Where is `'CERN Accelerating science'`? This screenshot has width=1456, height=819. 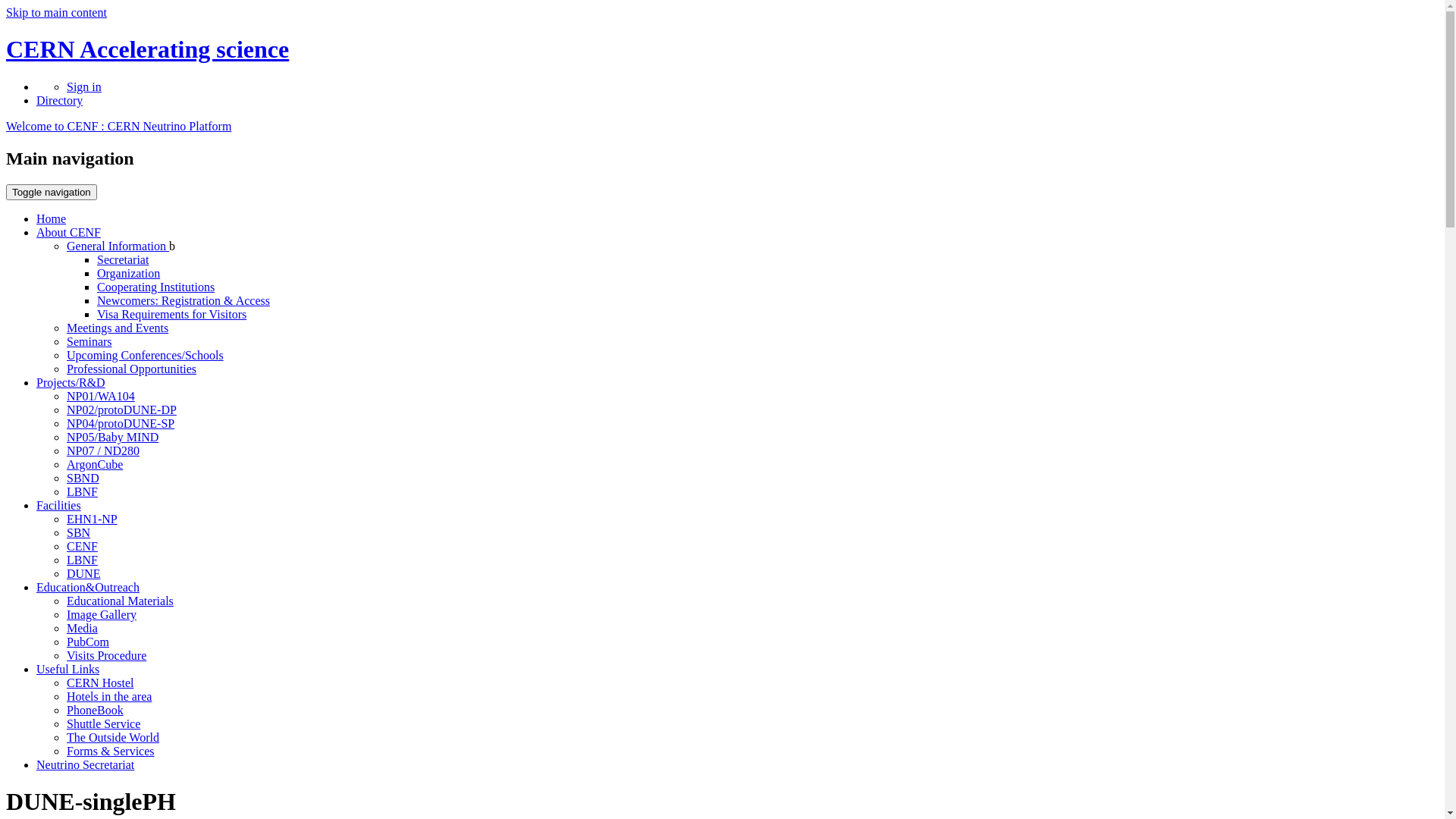
'CERN Accelerating science' is located at coordinates (147, 49).